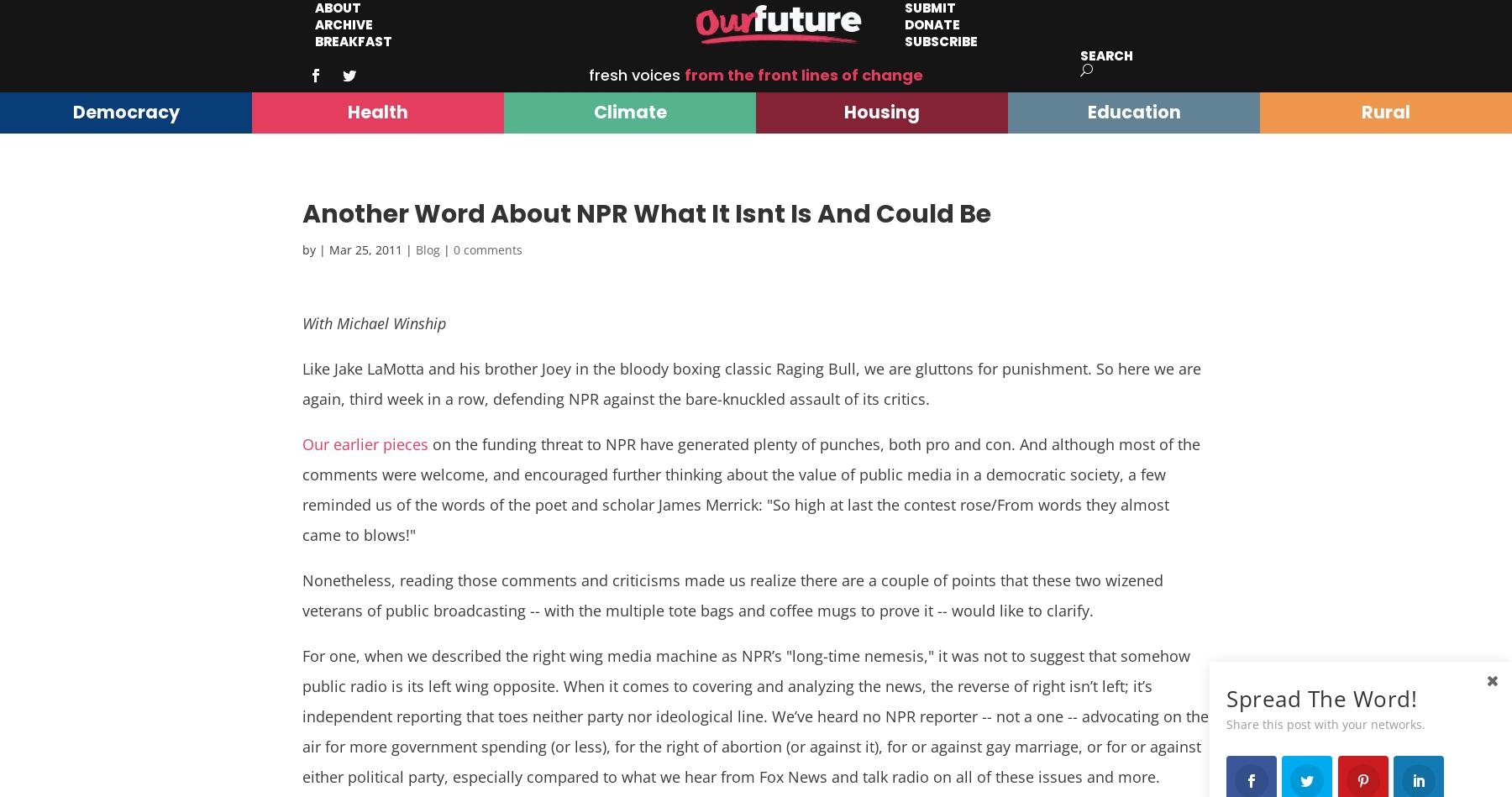  What do you see at coordinates (338, 8) in the screenshot?
I see `'About'` at bounding box center [338, 8].